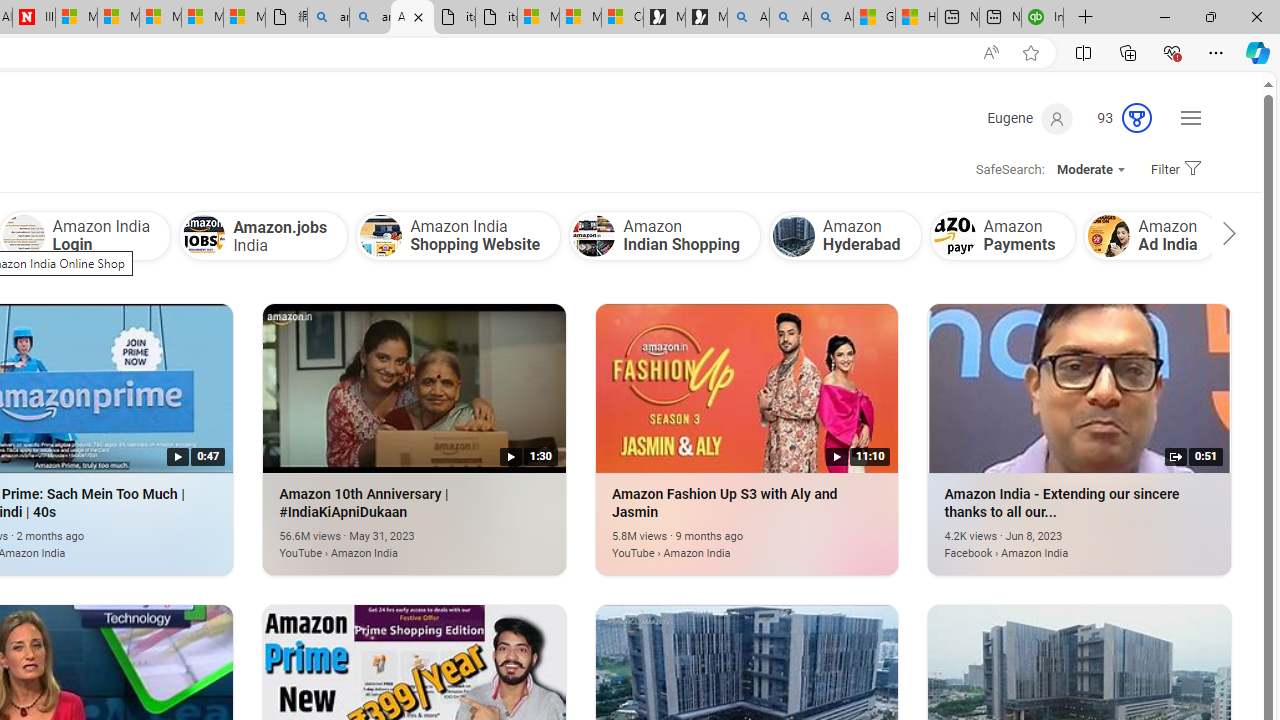 This screenshot has height=720, width=1280. Describe the element at coordinates (621, 17) in the screenshot. I see `'Consumer Health Data Privacy Policy'` at that location.